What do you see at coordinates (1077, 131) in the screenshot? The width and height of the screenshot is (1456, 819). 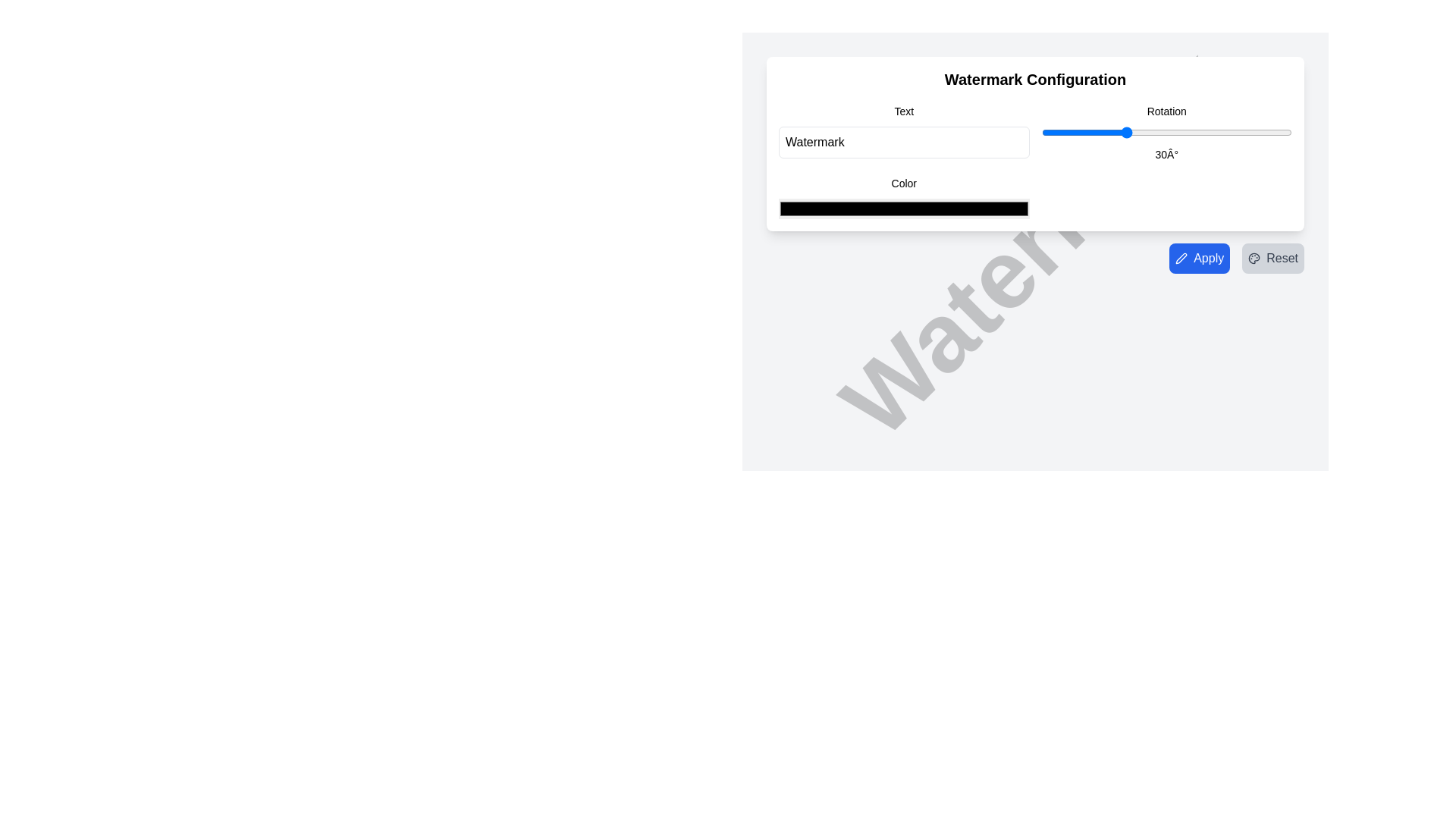 I see `rotation` at bounding box center [1077, 131].